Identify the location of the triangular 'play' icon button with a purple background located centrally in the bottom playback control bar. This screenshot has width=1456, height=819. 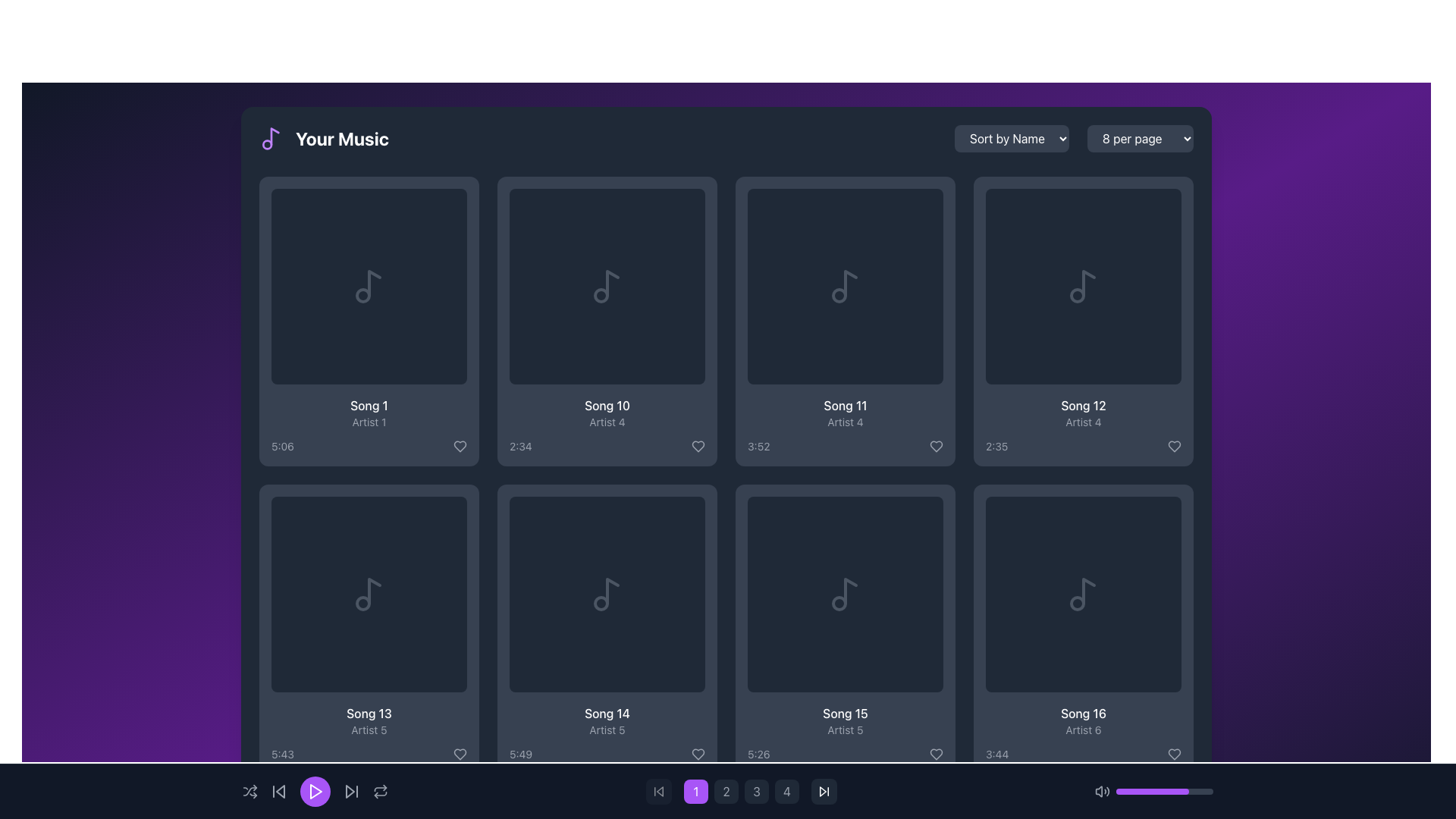
(315, 791).